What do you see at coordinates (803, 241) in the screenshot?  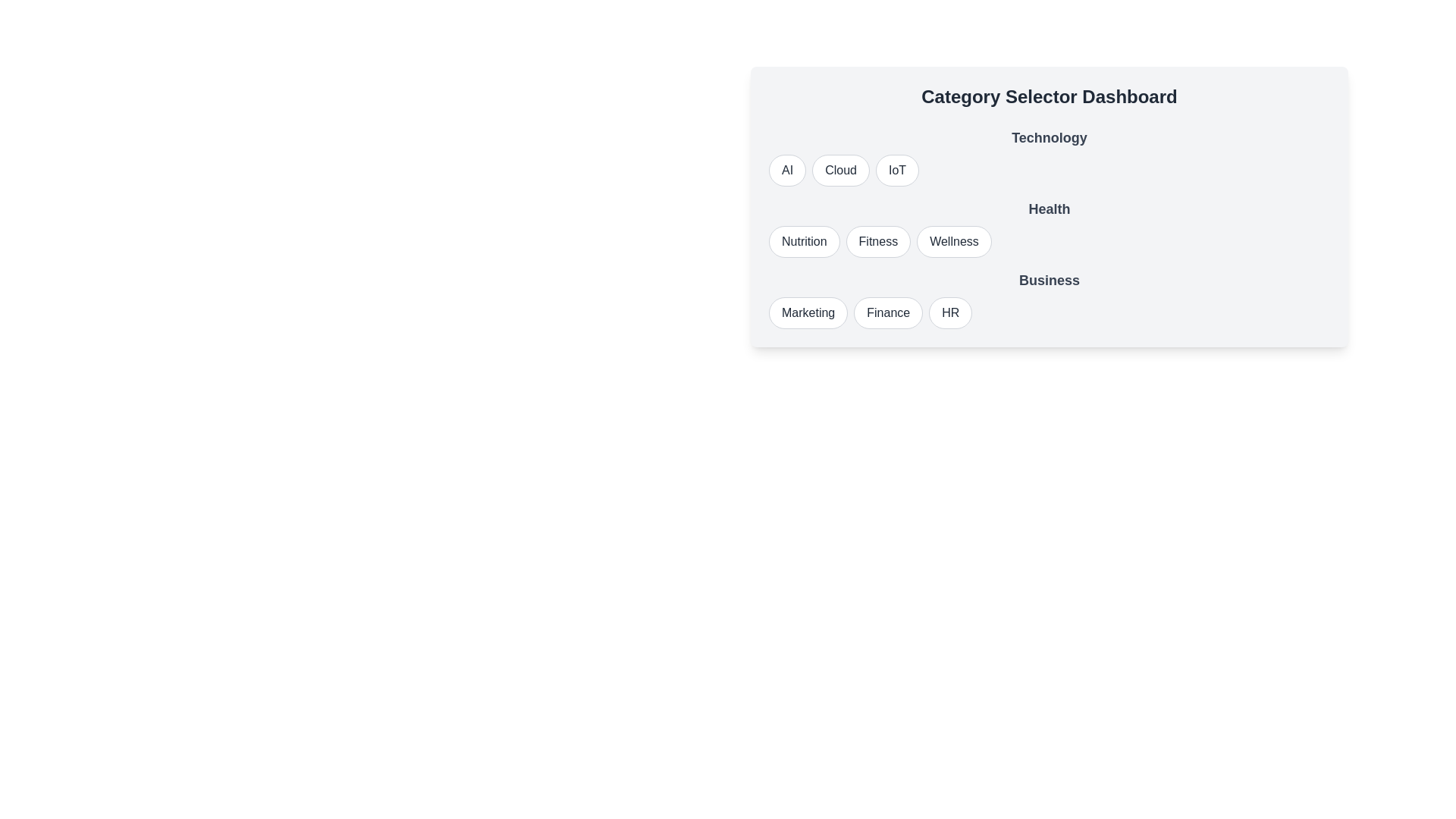 I see `the button labeled Nutrition to observe its visual change` at bounding box center [803, 241].